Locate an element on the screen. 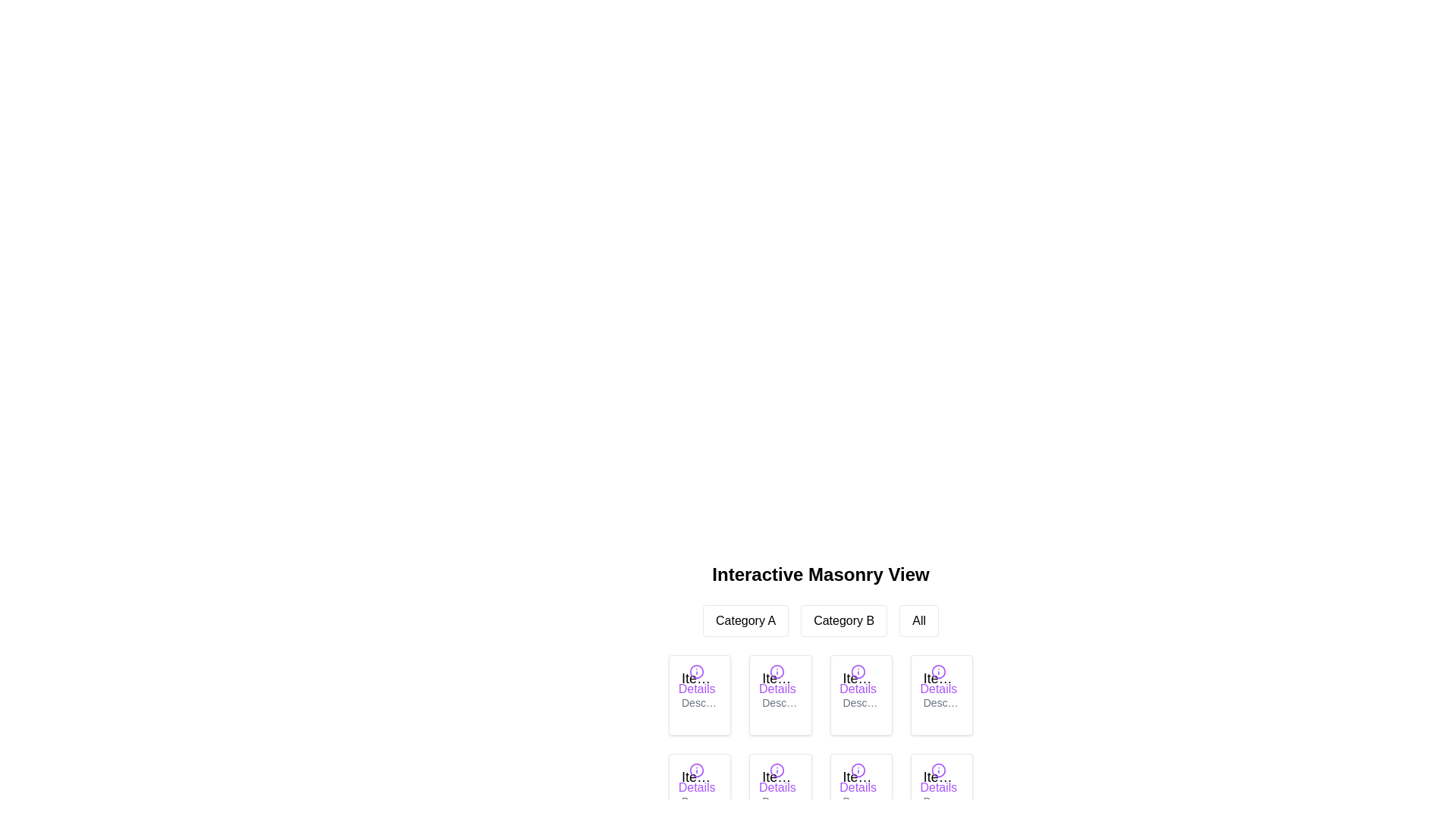  the icon within the 'Details' button of the second card in the first row of items is located at coordinates (777, 670).